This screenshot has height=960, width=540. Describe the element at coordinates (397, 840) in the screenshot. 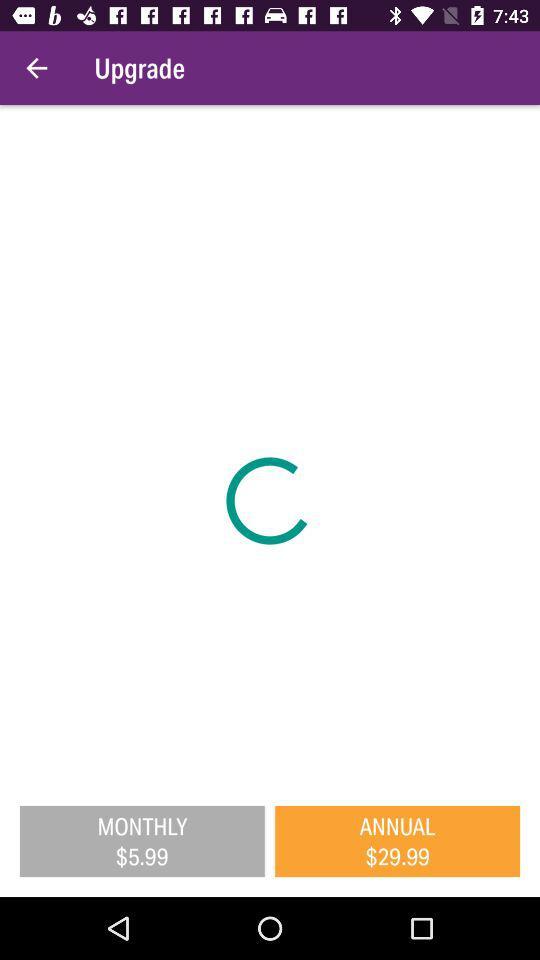

I see `the annual` at that location.